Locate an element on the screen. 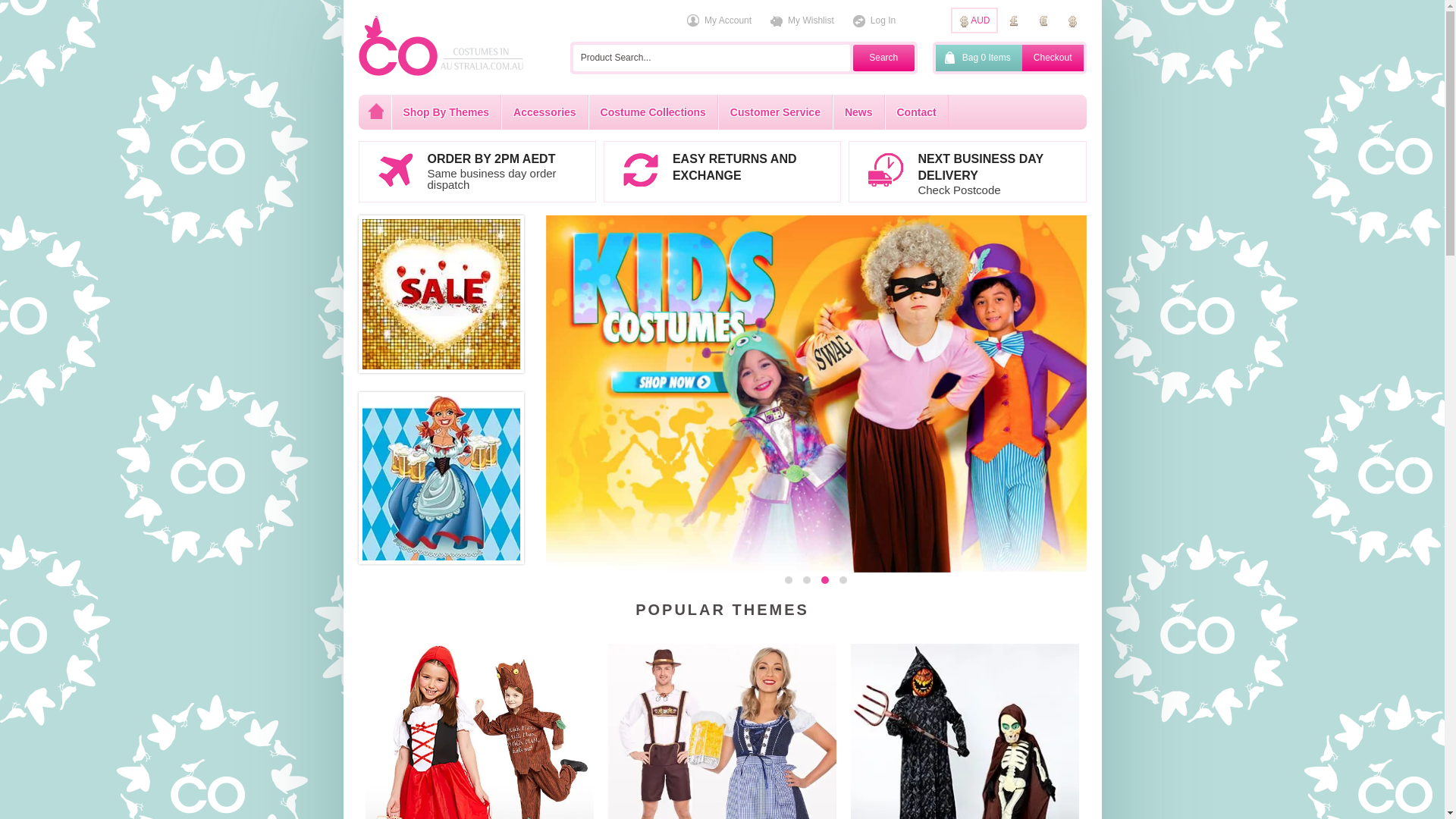 The width and height of the screenshot is (1456, 819). 'NEXT BUSINESS DAY DELIVERY is located at coordinates (966, 171).